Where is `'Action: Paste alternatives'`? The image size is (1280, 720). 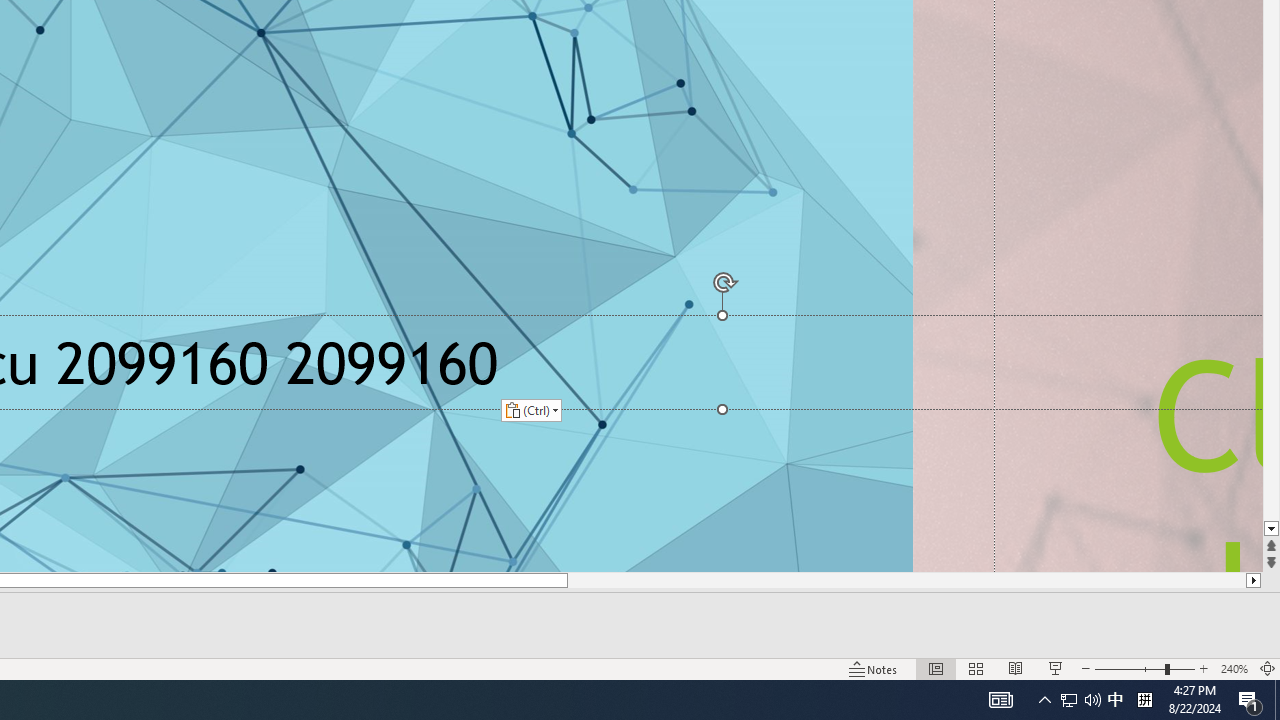
'Action: Paste alternatives' is located at coordinates (531, 409).